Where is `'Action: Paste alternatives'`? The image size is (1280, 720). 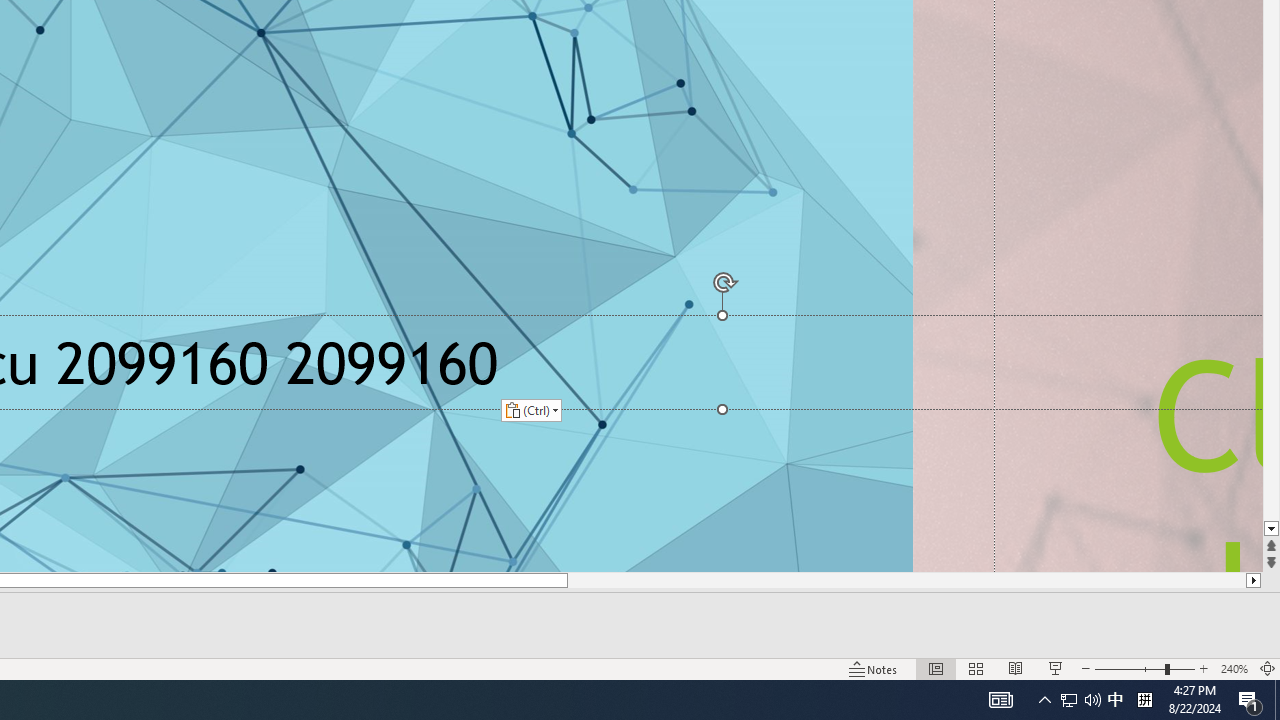
'Action: Paste alternatives' is located at coordinates (531, 409).